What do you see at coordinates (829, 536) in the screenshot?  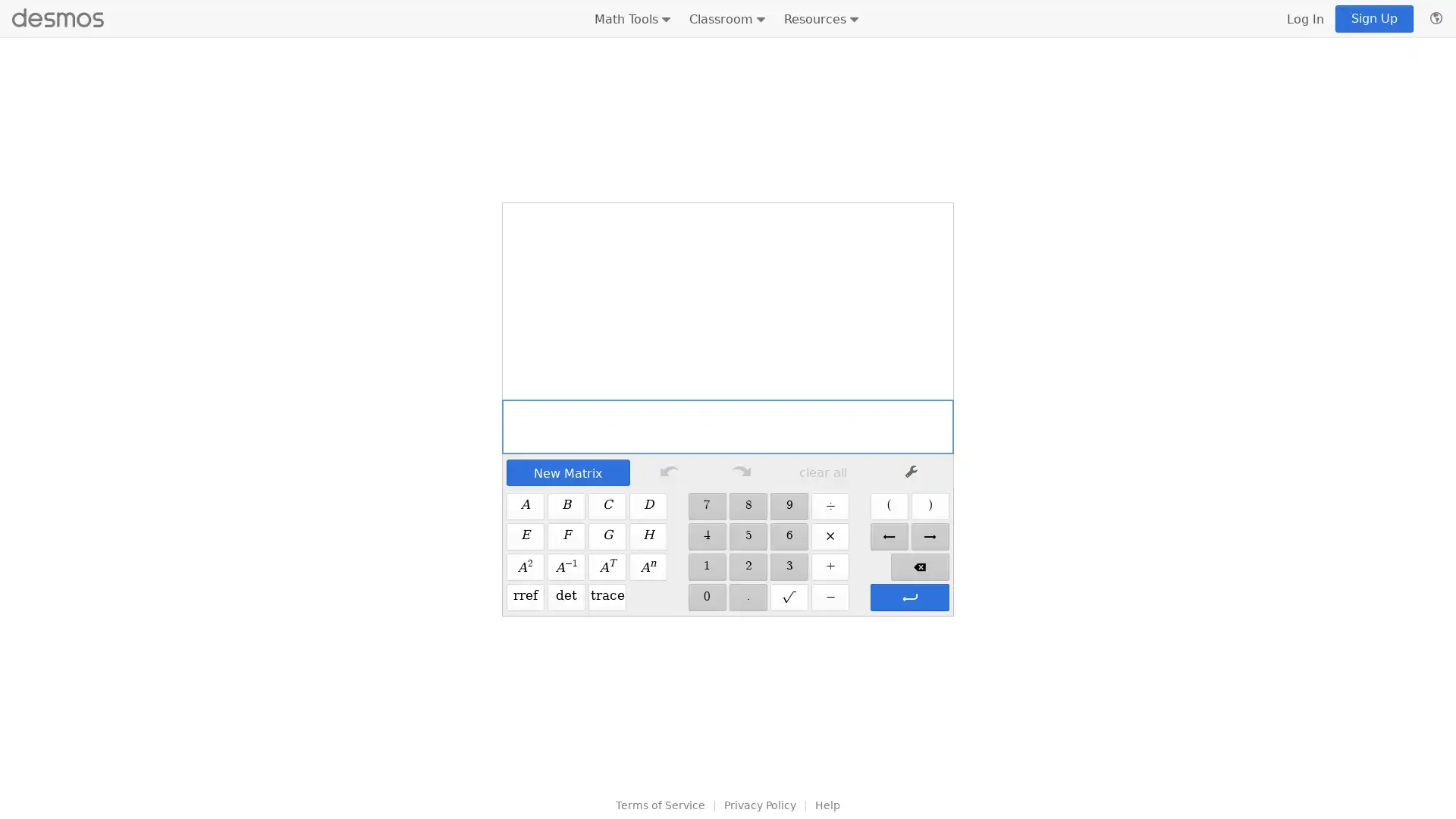 I see `Times` at bounding box center [829, 536].